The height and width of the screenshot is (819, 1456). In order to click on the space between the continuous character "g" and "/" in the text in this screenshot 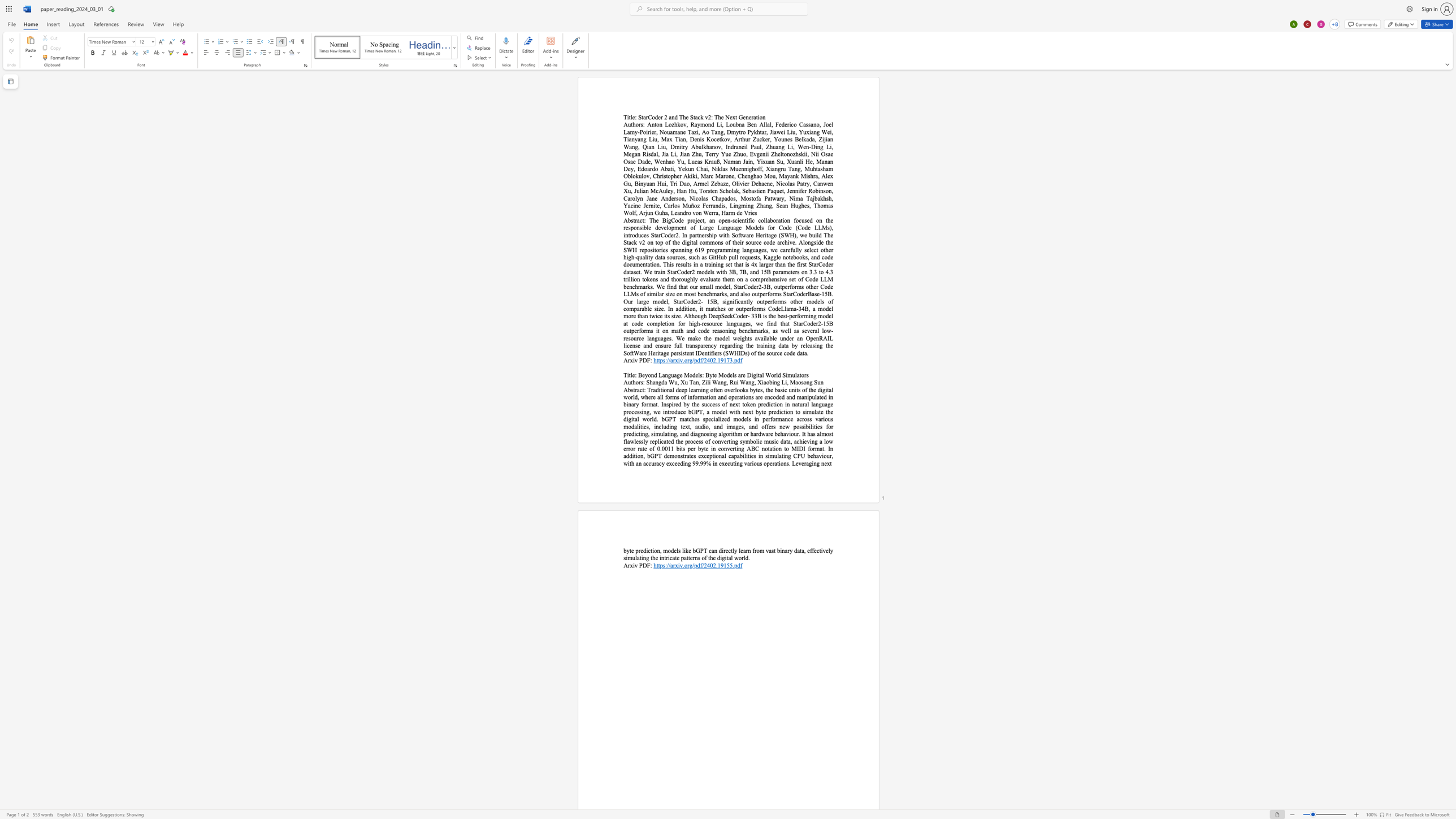, I will do `click(692, 359)`.